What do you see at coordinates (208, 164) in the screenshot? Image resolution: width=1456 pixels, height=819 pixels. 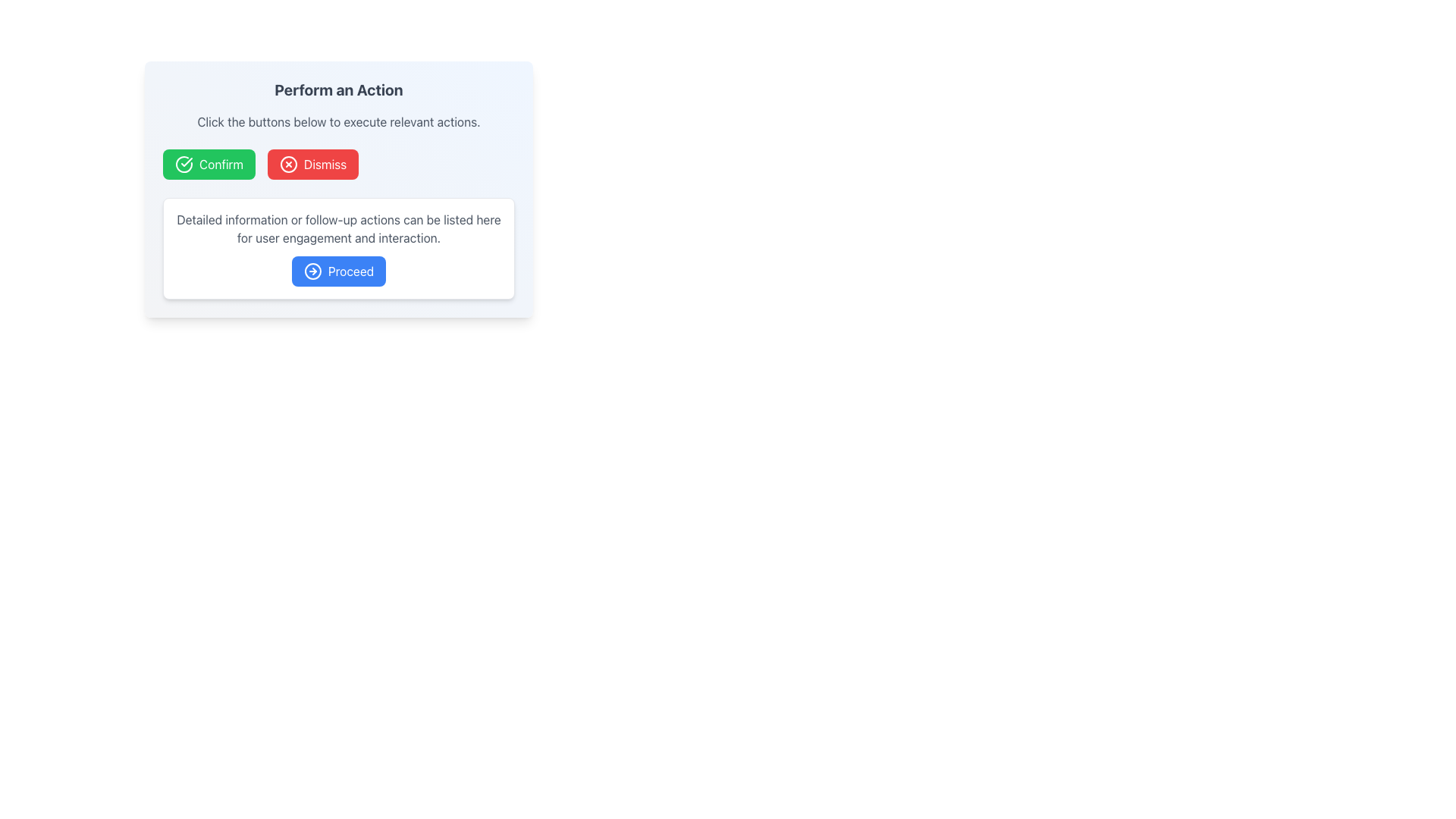 I see `the 'Confirm' button which is the first button on the left in a horizontal layout adjacent to the 'Dismiss' button` at bounding box center [208, 164].